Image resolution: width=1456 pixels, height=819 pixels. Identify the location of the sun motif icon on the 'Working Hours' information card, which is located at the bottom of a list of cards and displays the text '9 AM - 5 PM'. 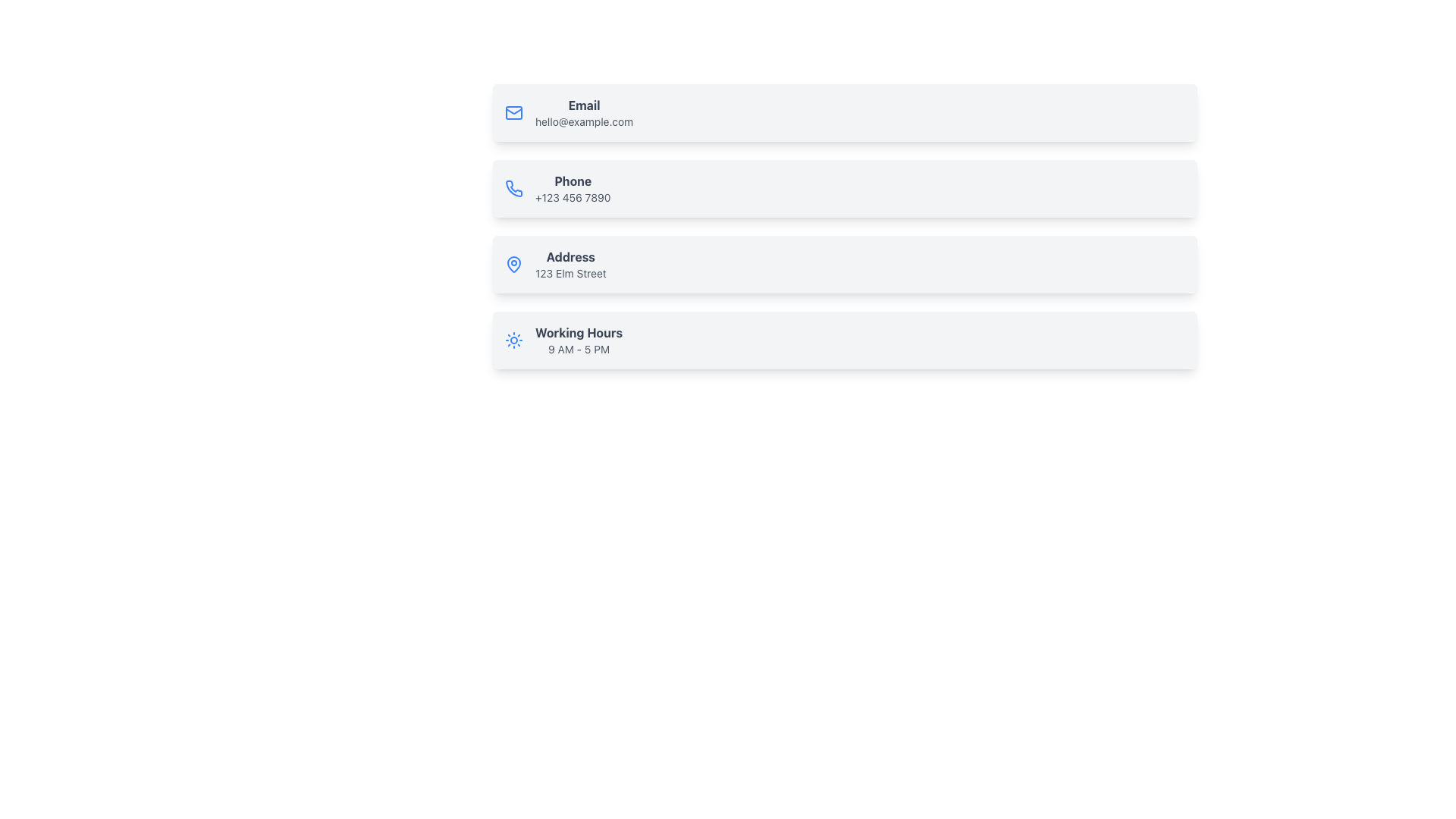
(513, 339).